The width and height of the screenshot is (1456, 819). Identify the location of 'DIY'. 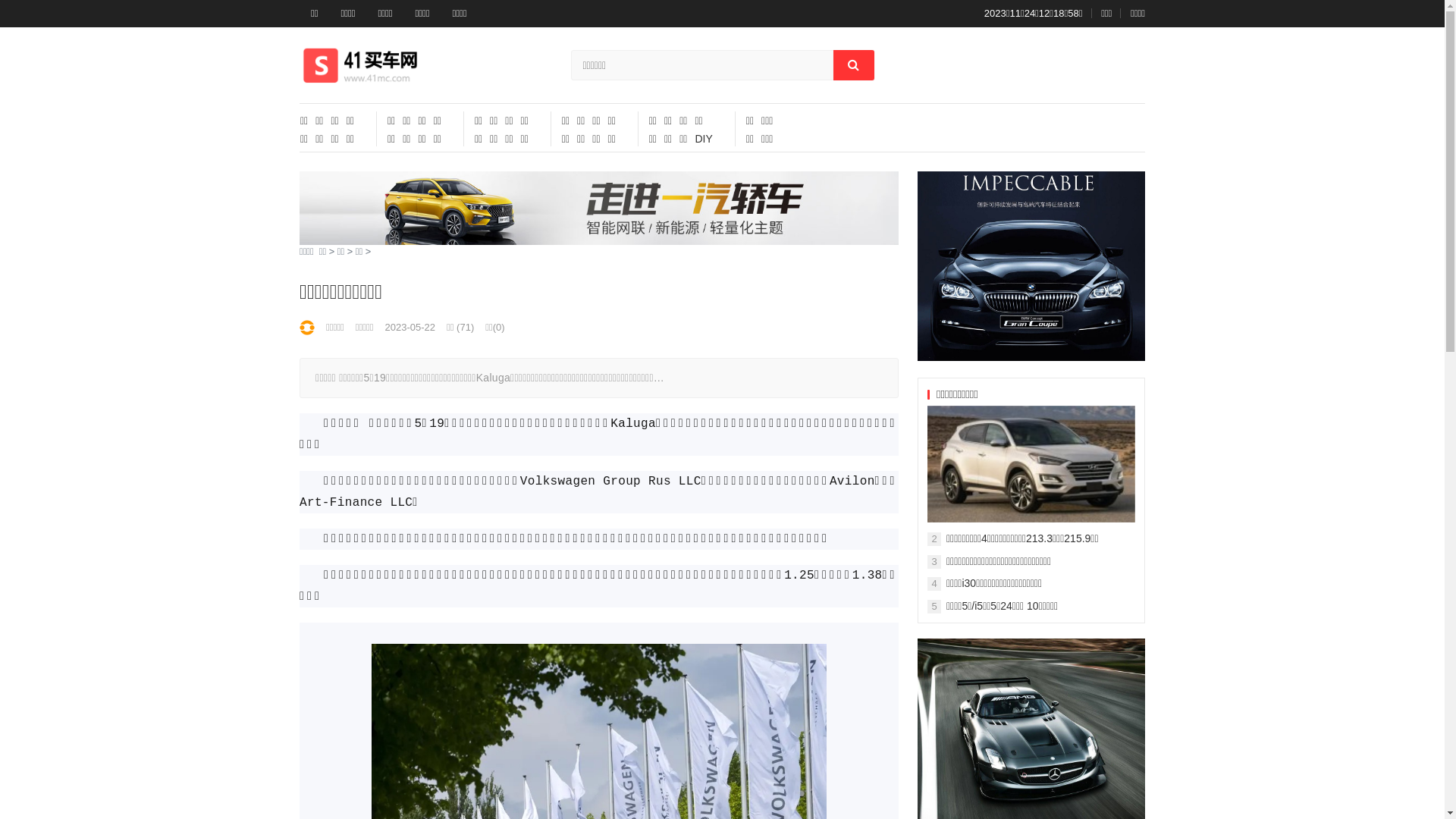
(690, 138).